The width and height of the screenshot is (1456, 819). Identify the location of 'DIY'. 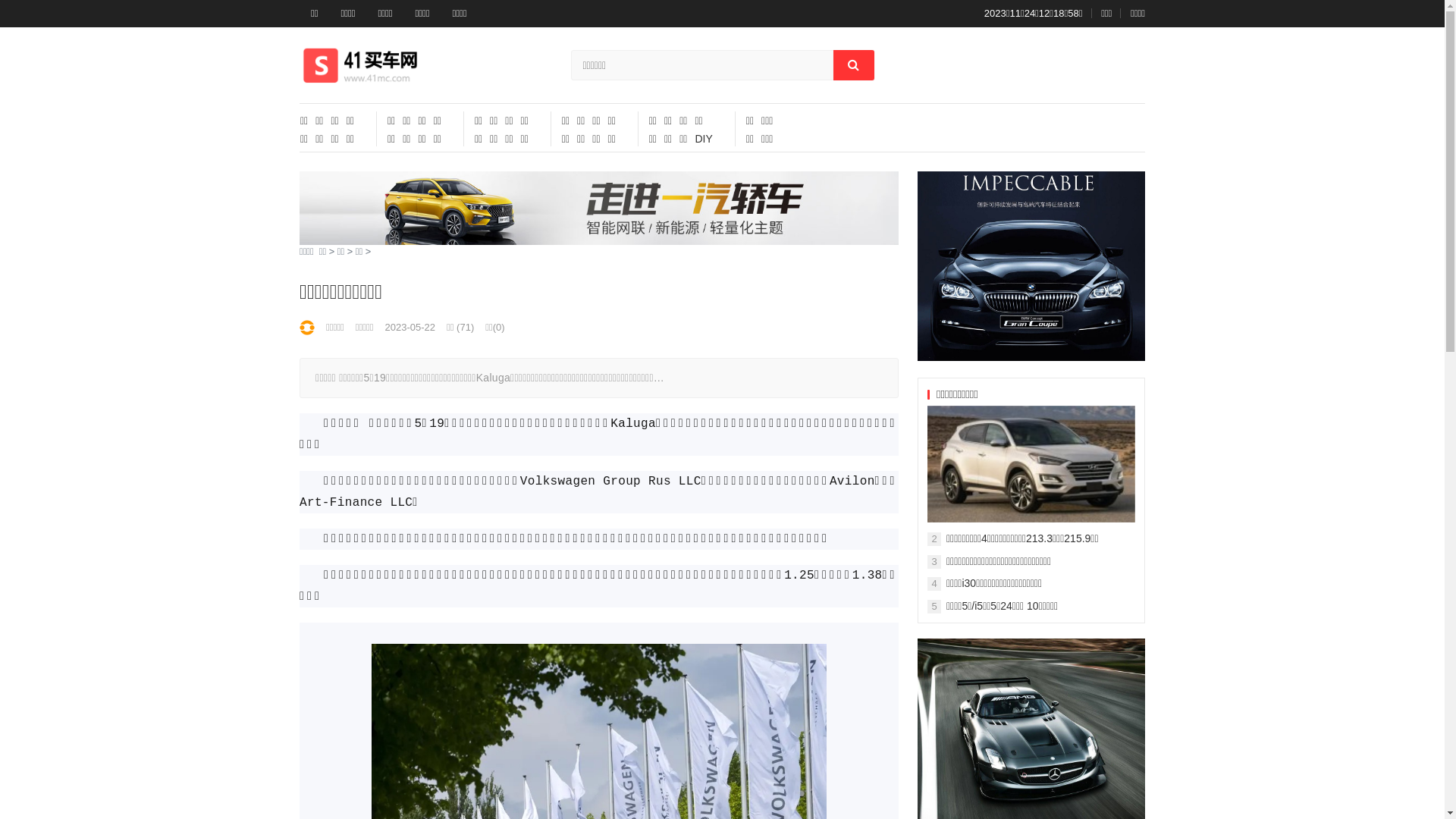
(690, 138).